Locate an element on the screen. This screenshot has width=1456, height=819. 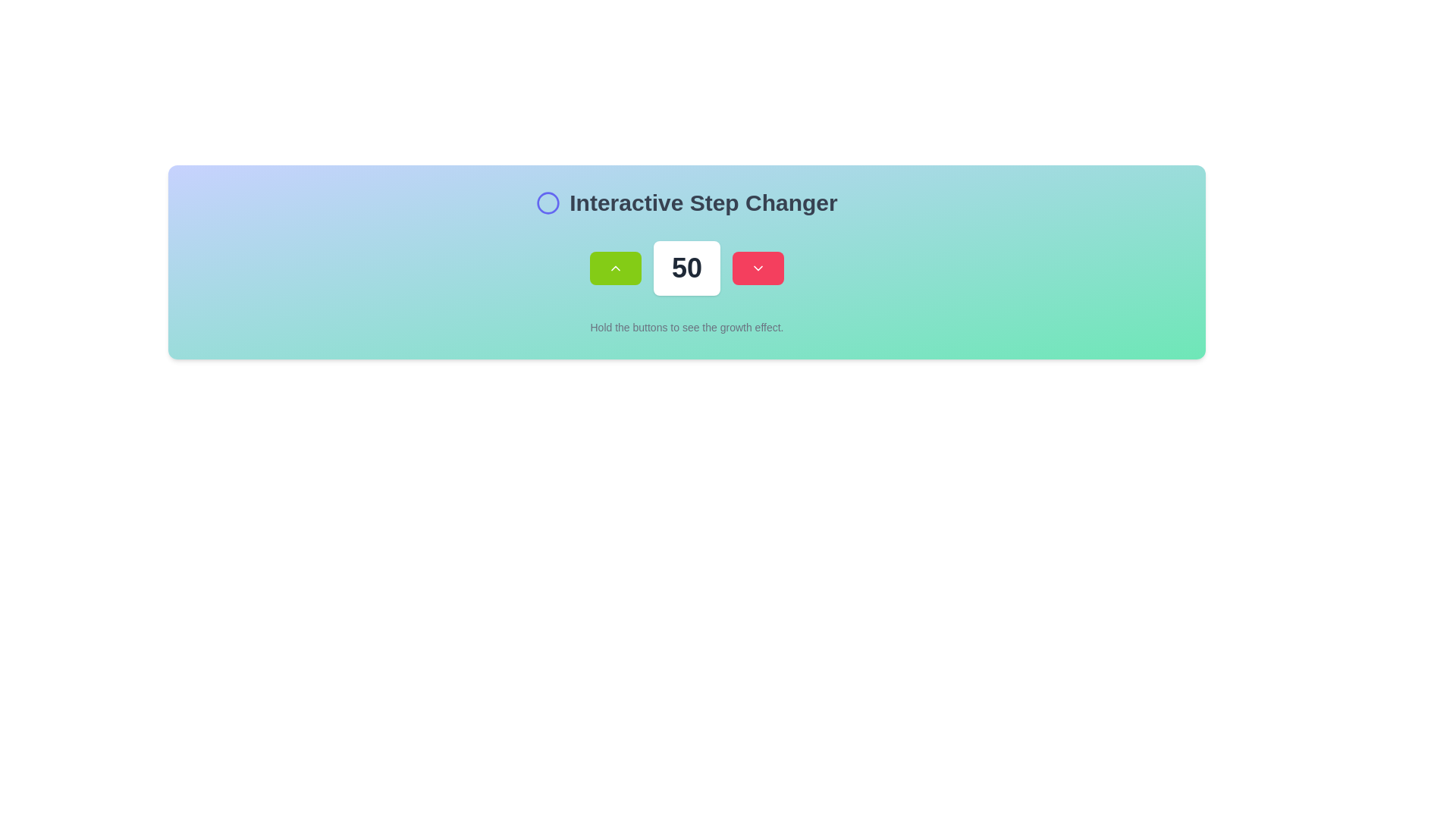
the numerical display element styled with a white rectangular background showing the value '50', which is centered within and has rounded edges and a drop shadow is located at coordinates (686, 268).